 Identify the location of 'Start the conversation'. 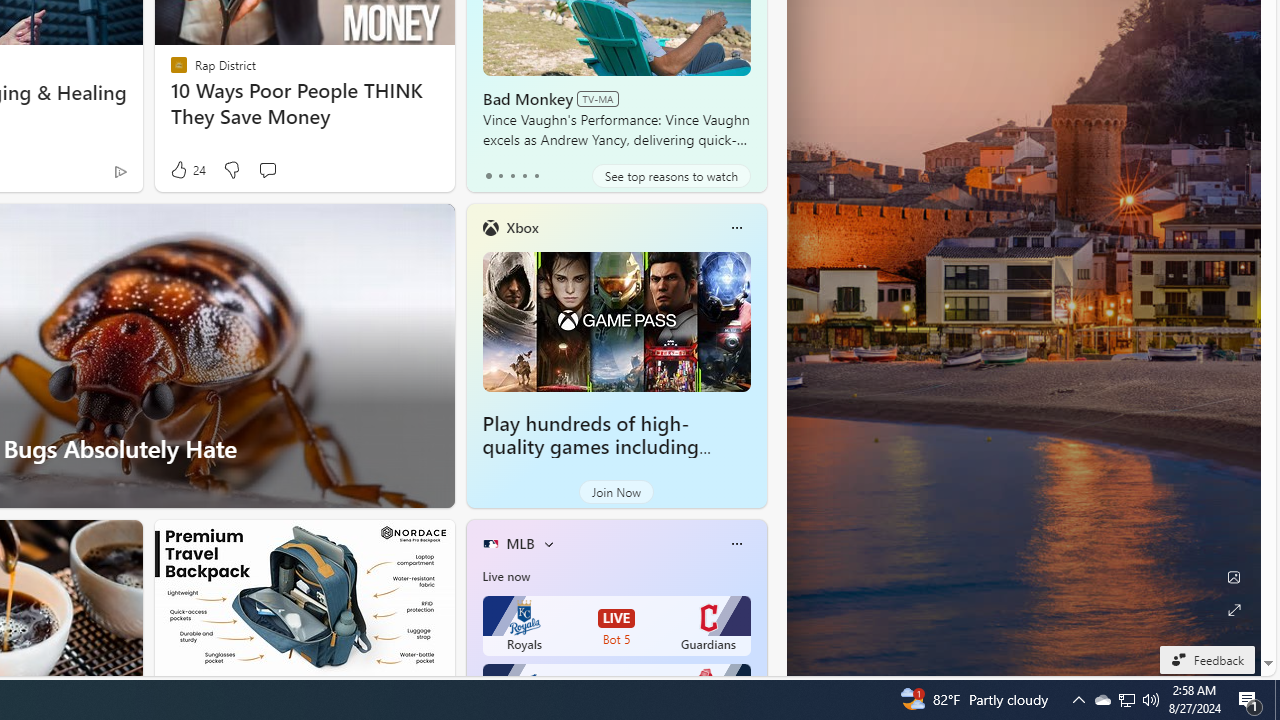
(266, 169).